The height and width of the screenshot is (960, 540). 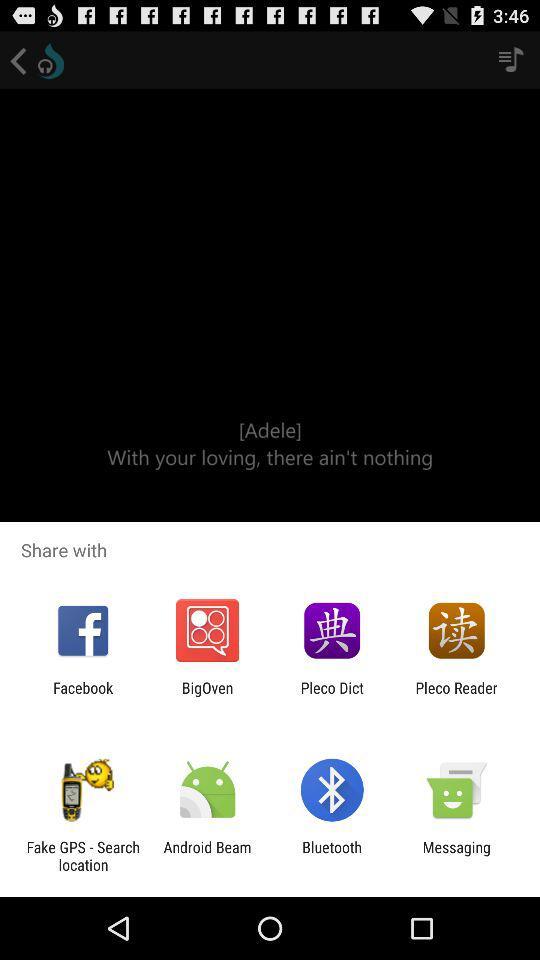 I want to click on icon to the left of pleco dict icon, so click(x=206, y=696).